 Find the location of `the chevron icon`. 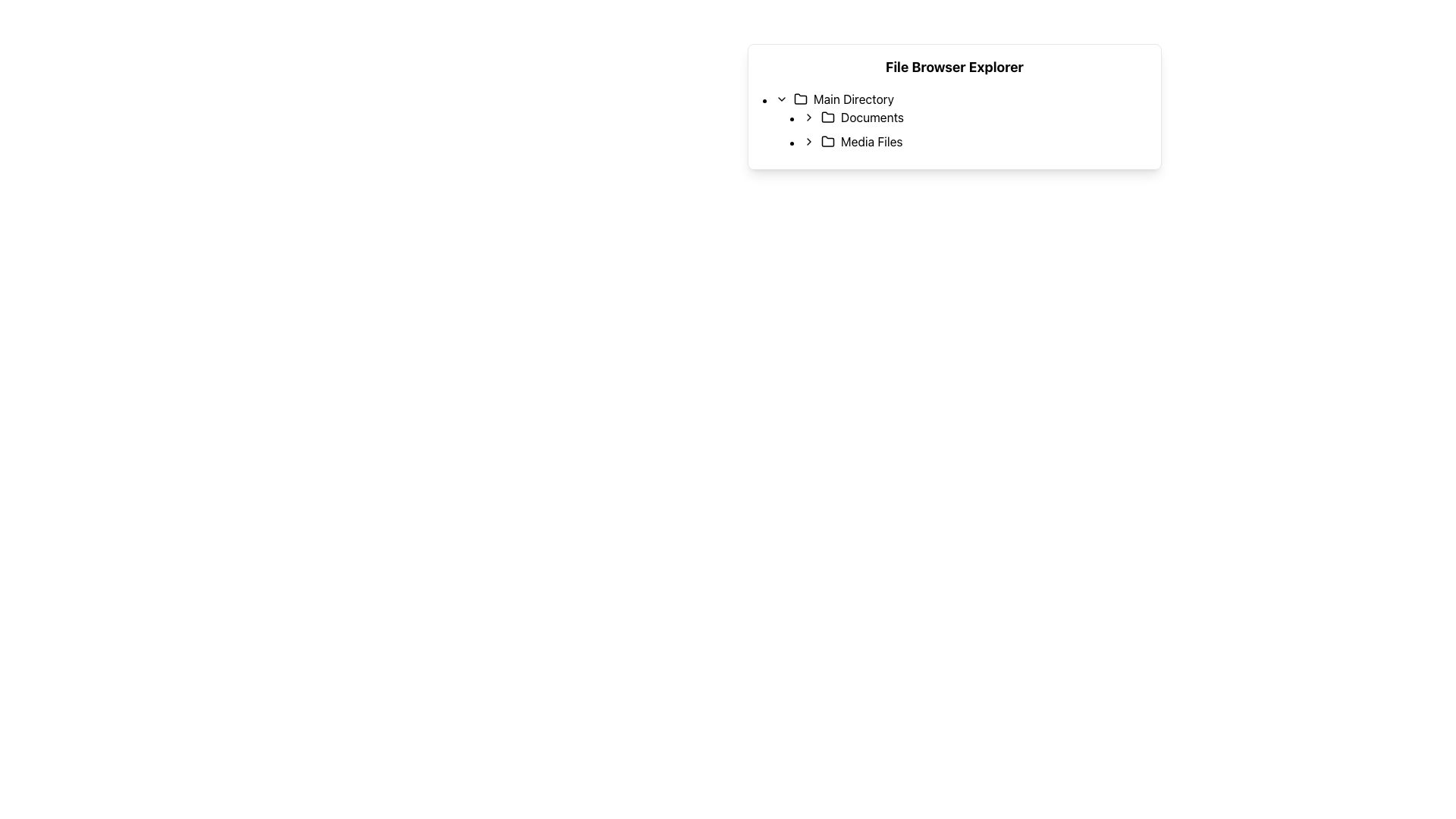

the chevron icon is located at coordinates (808, 116).